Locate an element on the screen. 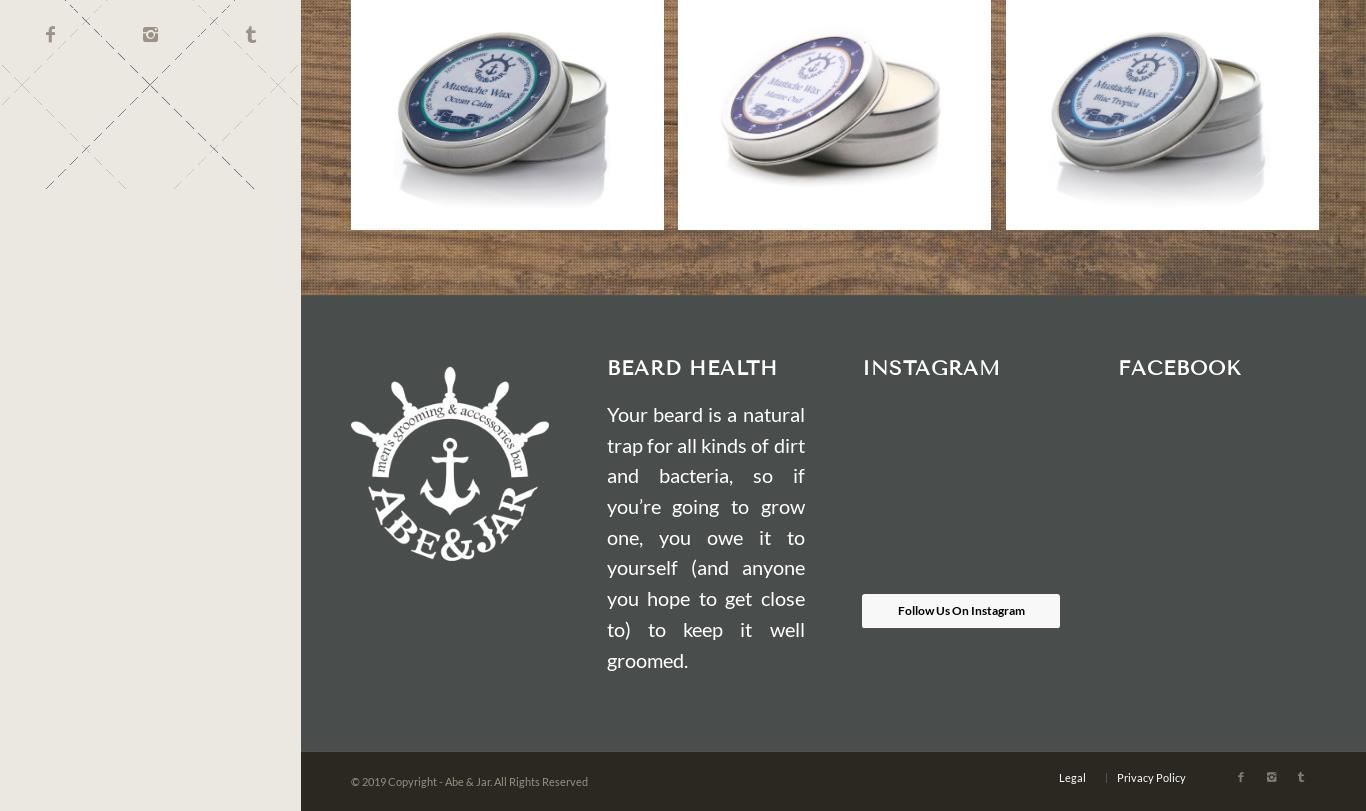 The image size is (1366, 811). 'Beard Health' is located at coordinates (691, 366).